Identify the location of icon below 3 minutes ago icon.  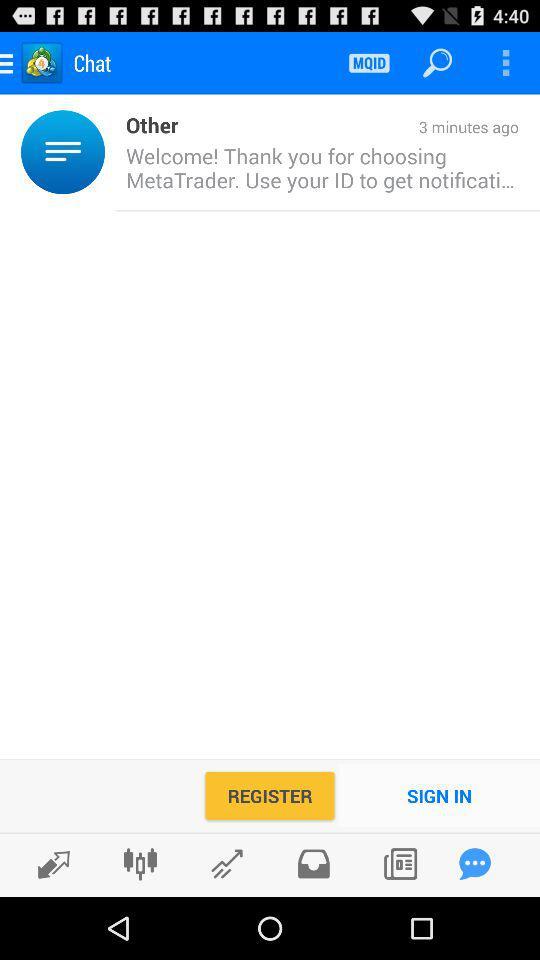
(317, 166).